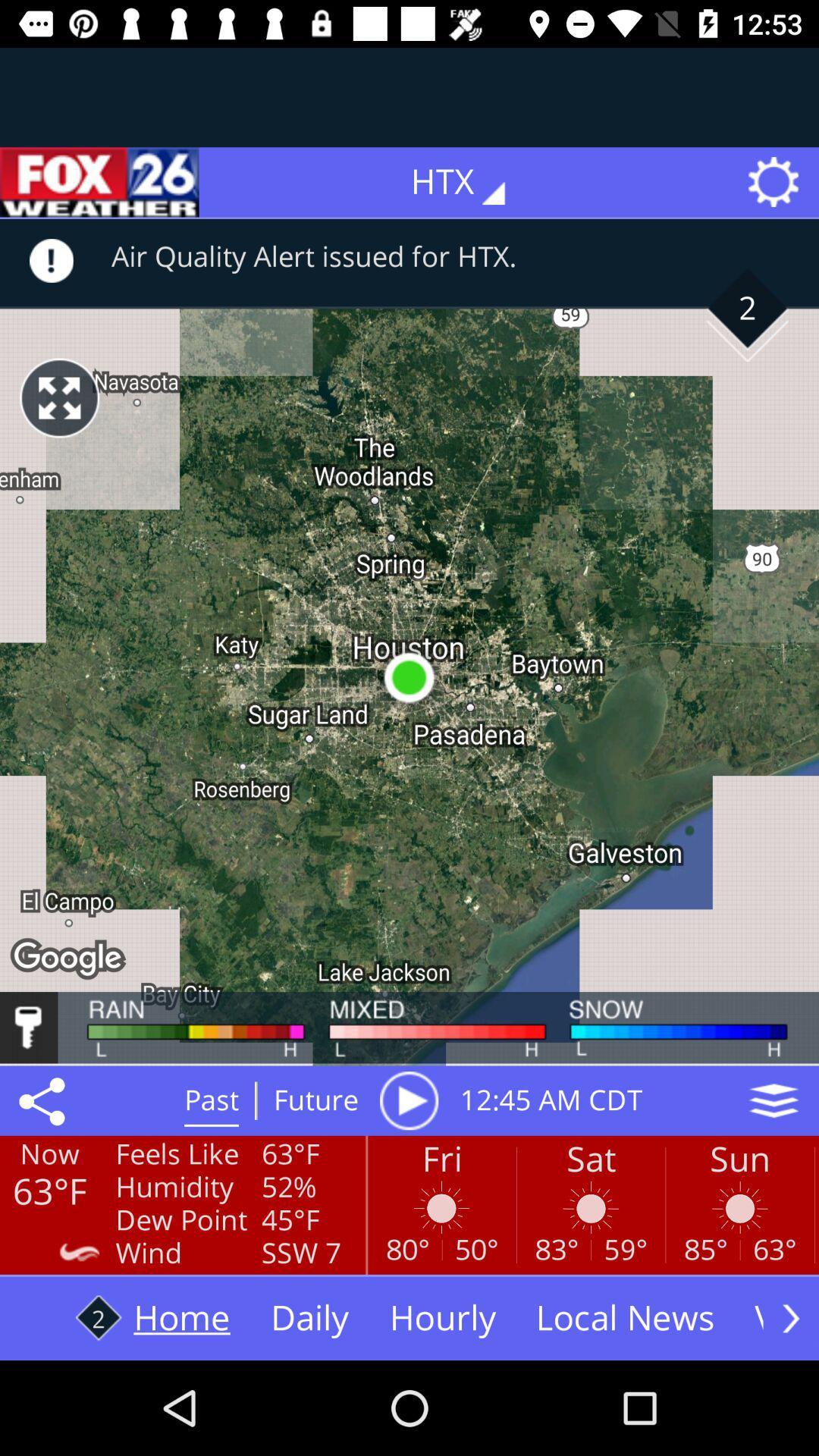 This screenshot has height=1456, width=819. What do you see at coordinates (58, 397) in the screenshot?
I see `the icon to the left of the 2` at bounding box center [58, 397].